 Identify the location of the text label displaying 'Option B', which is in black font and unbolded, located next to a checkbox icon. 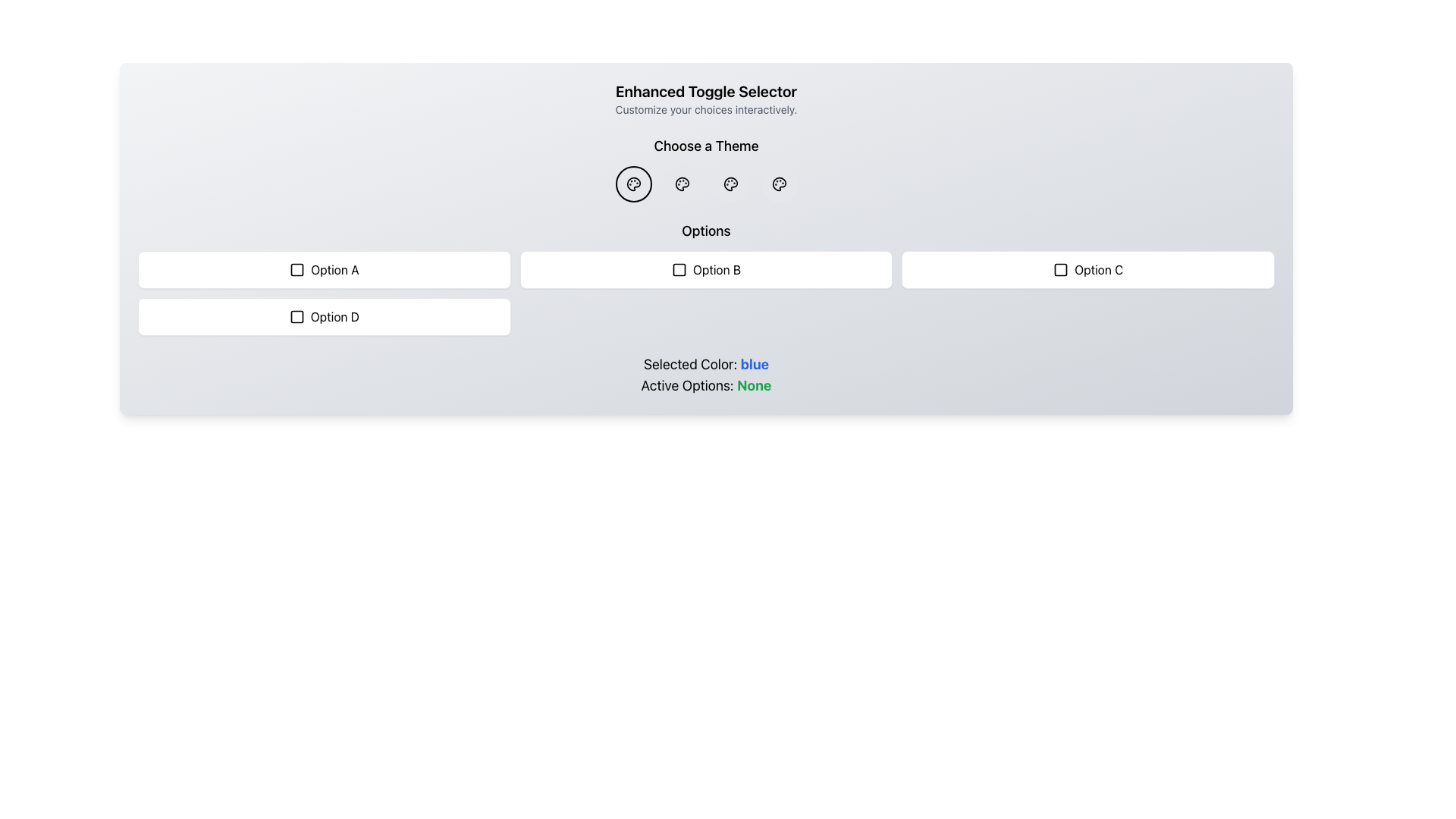
(716, 268).